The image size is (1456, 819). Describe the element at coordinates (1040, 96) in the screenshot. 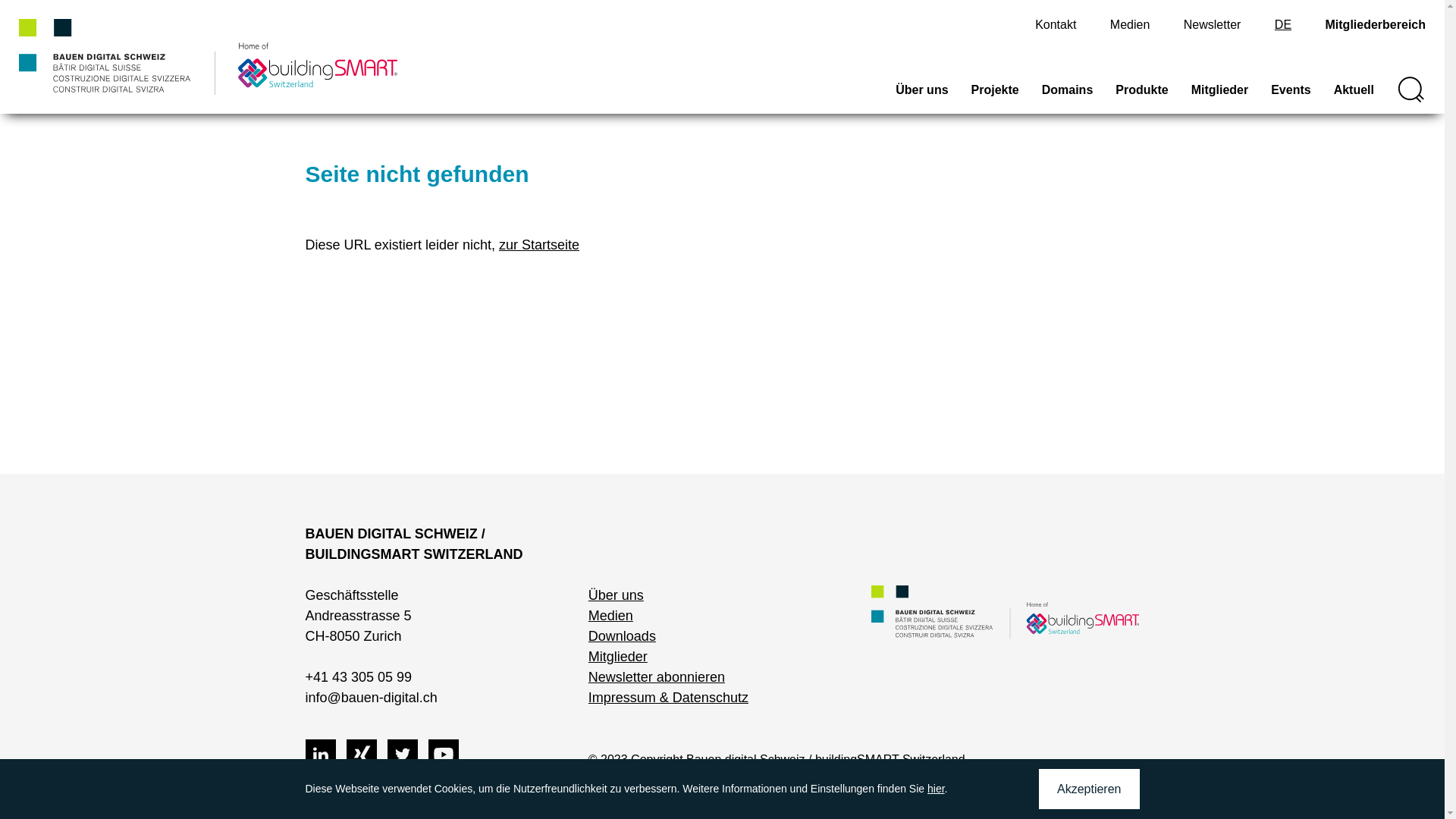

I see `'Domains'` at that location.